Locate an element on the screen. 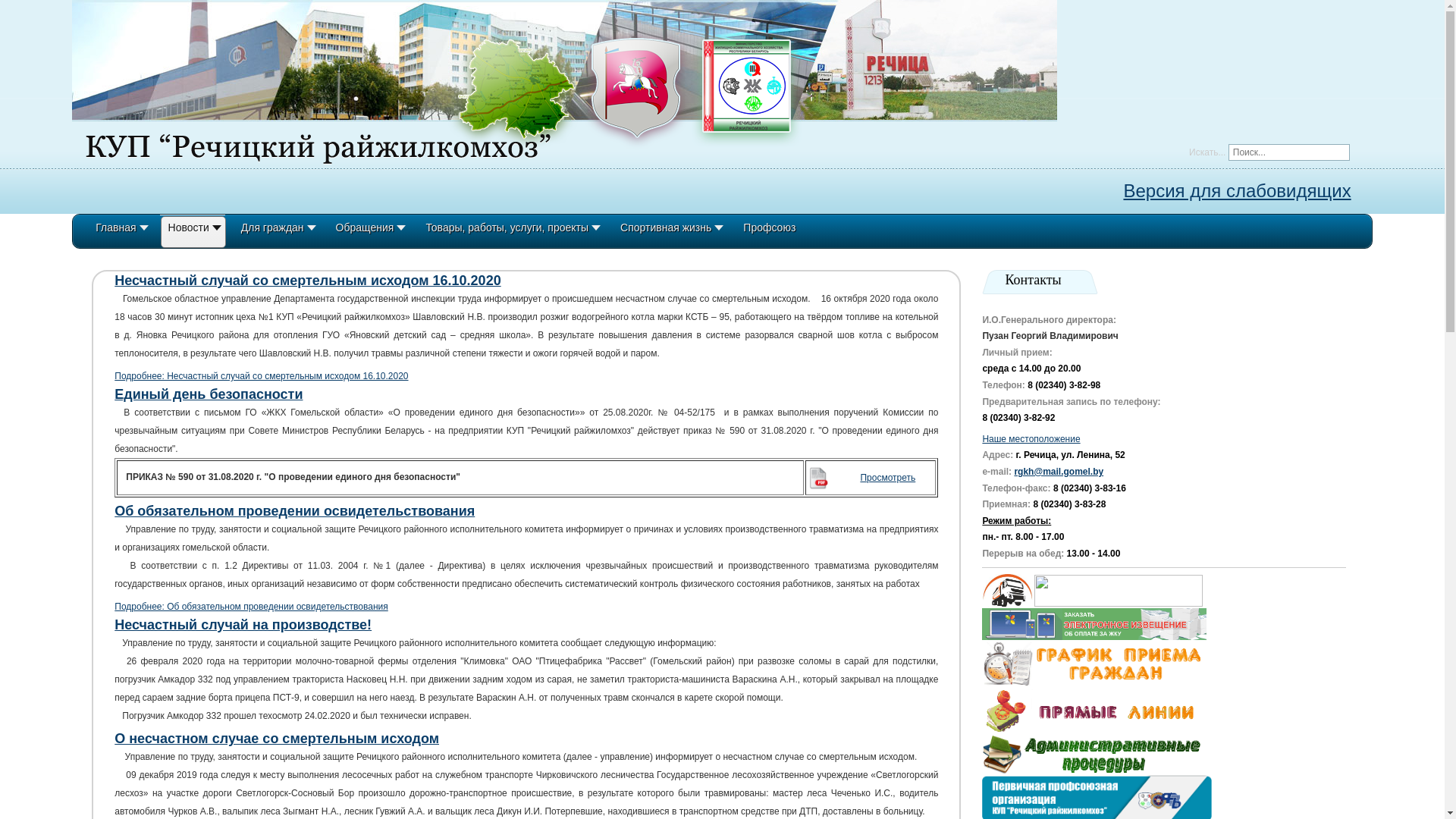  'rgkh@mail.gomel.by' is located at coordinates (1058, 470).